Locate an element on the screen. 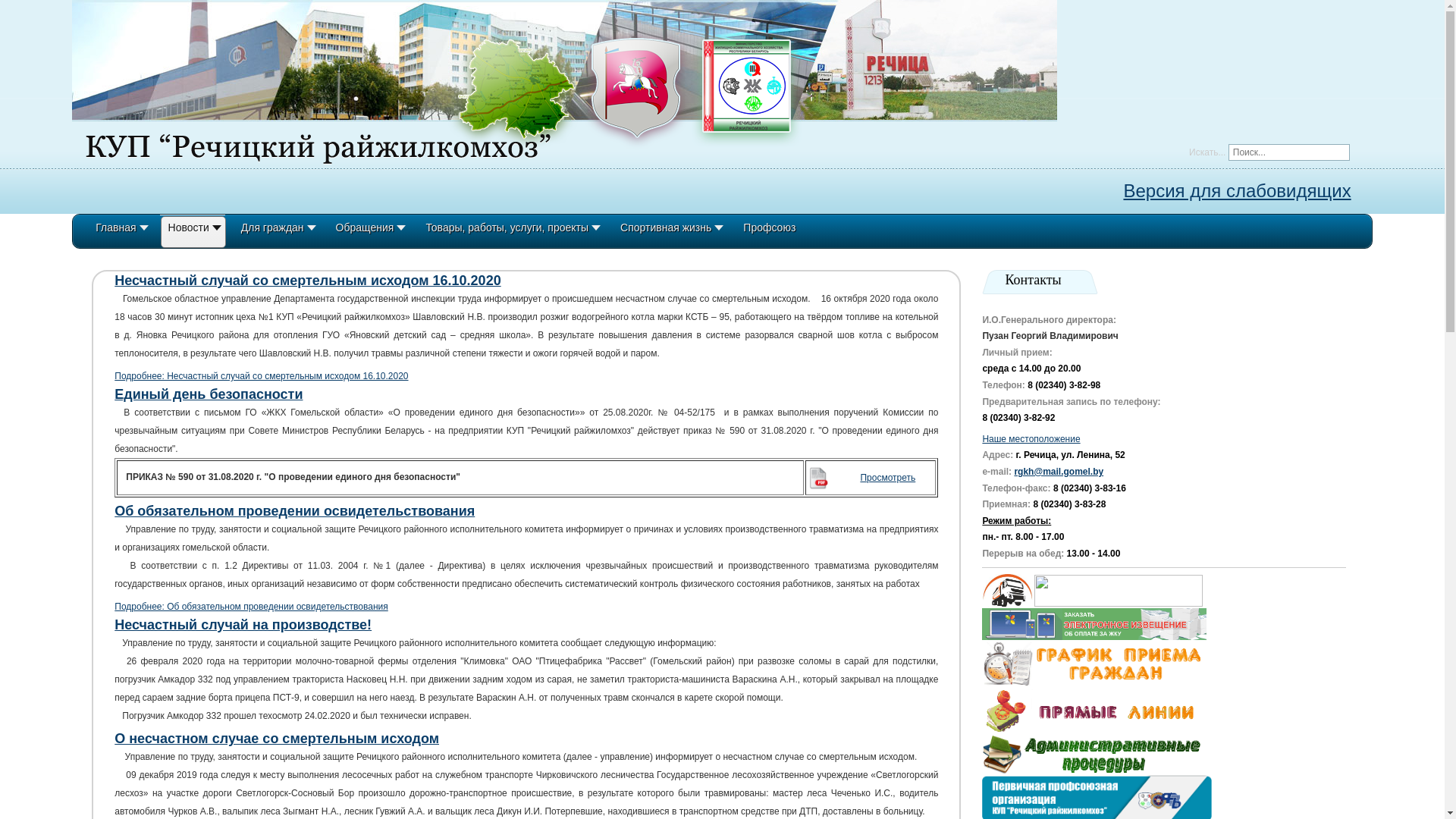  'rgkh@mail.gomel.by' is located at coordinates (1058, 470).